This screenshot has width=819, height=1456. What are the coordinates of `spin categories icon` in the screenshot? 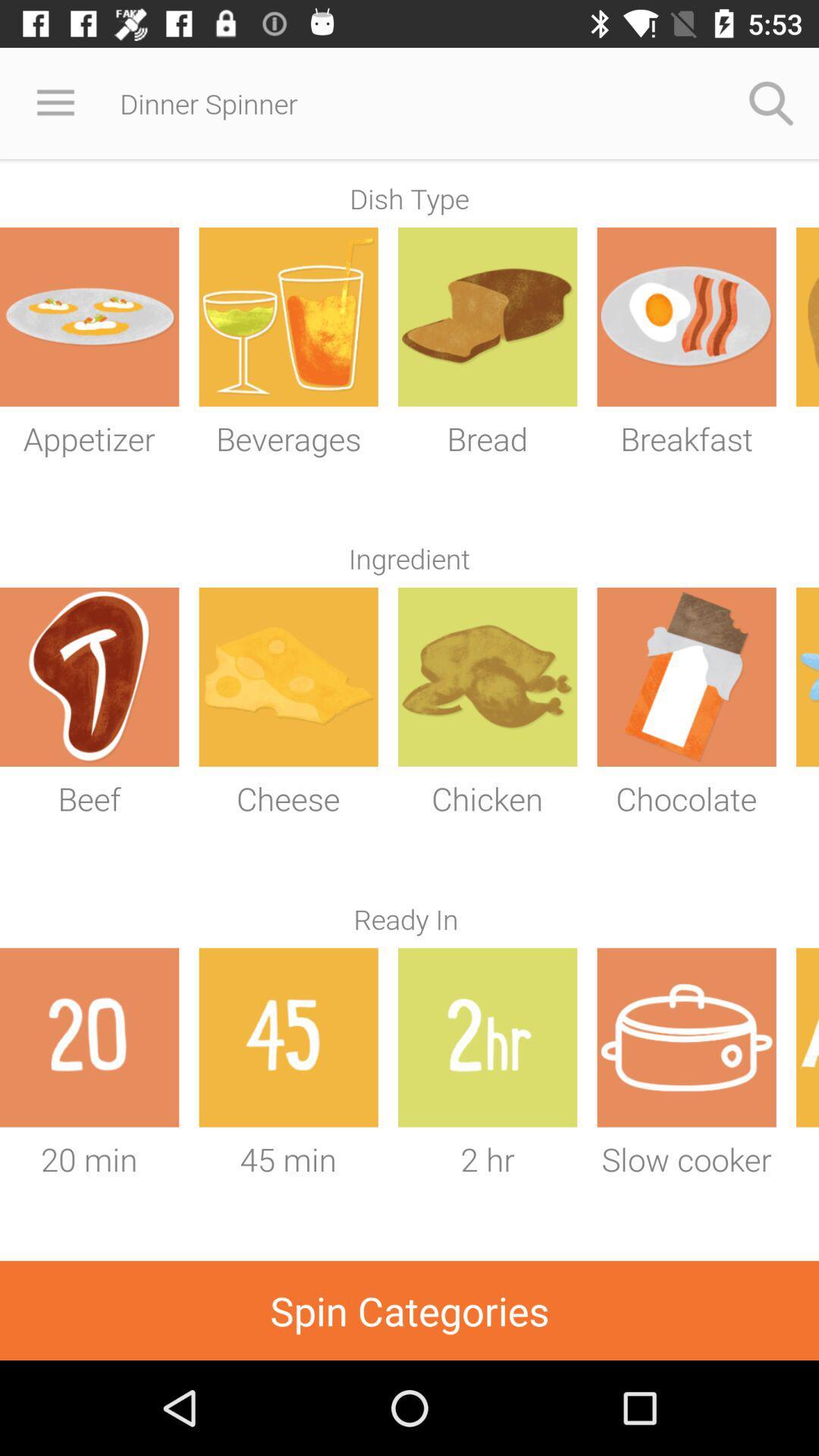 It's located at (409, 1310).